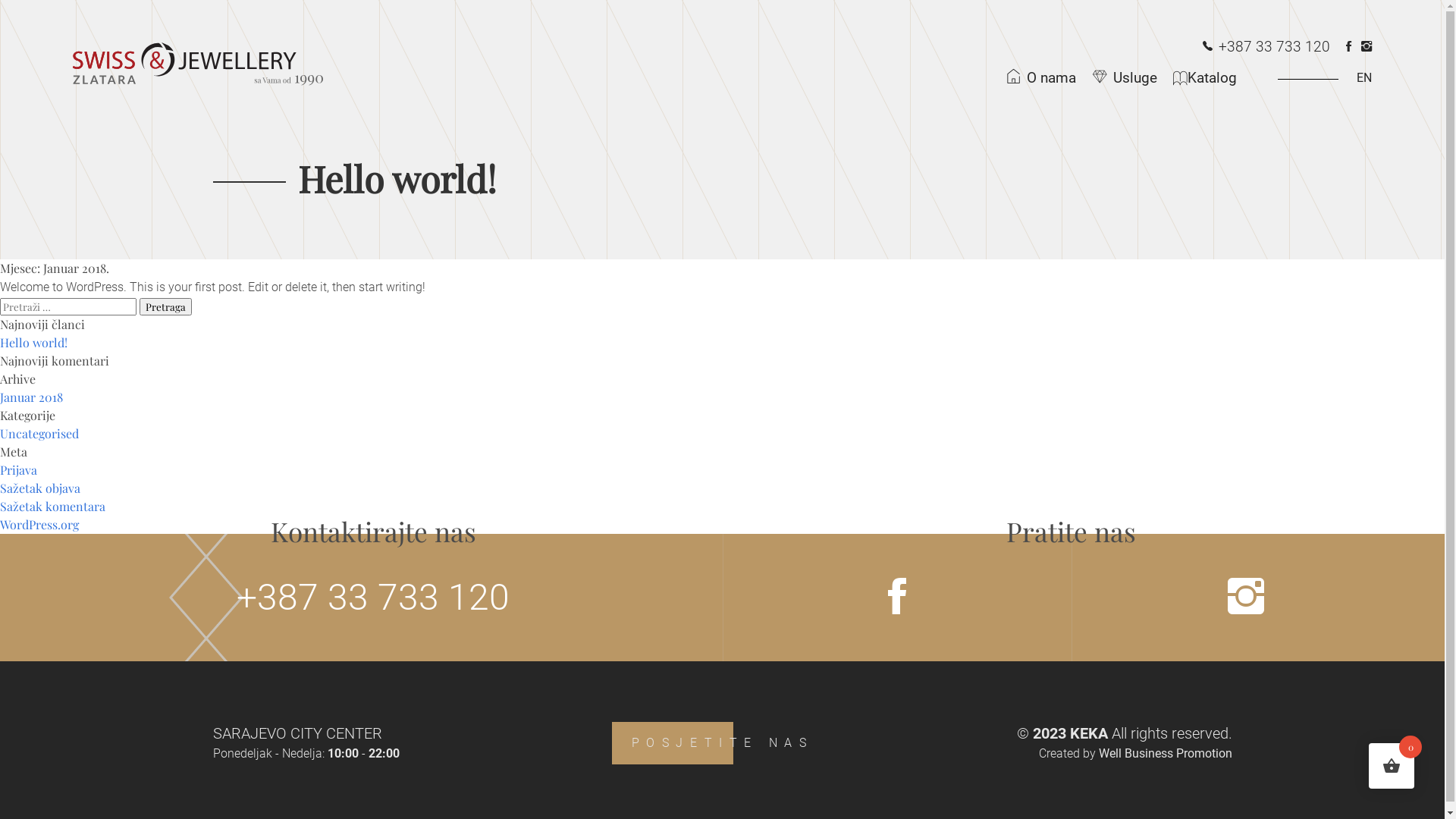 Image resolution: width=1456 pixels, height=819 pixels. I want to click on 'EN', so click(1314, 78).